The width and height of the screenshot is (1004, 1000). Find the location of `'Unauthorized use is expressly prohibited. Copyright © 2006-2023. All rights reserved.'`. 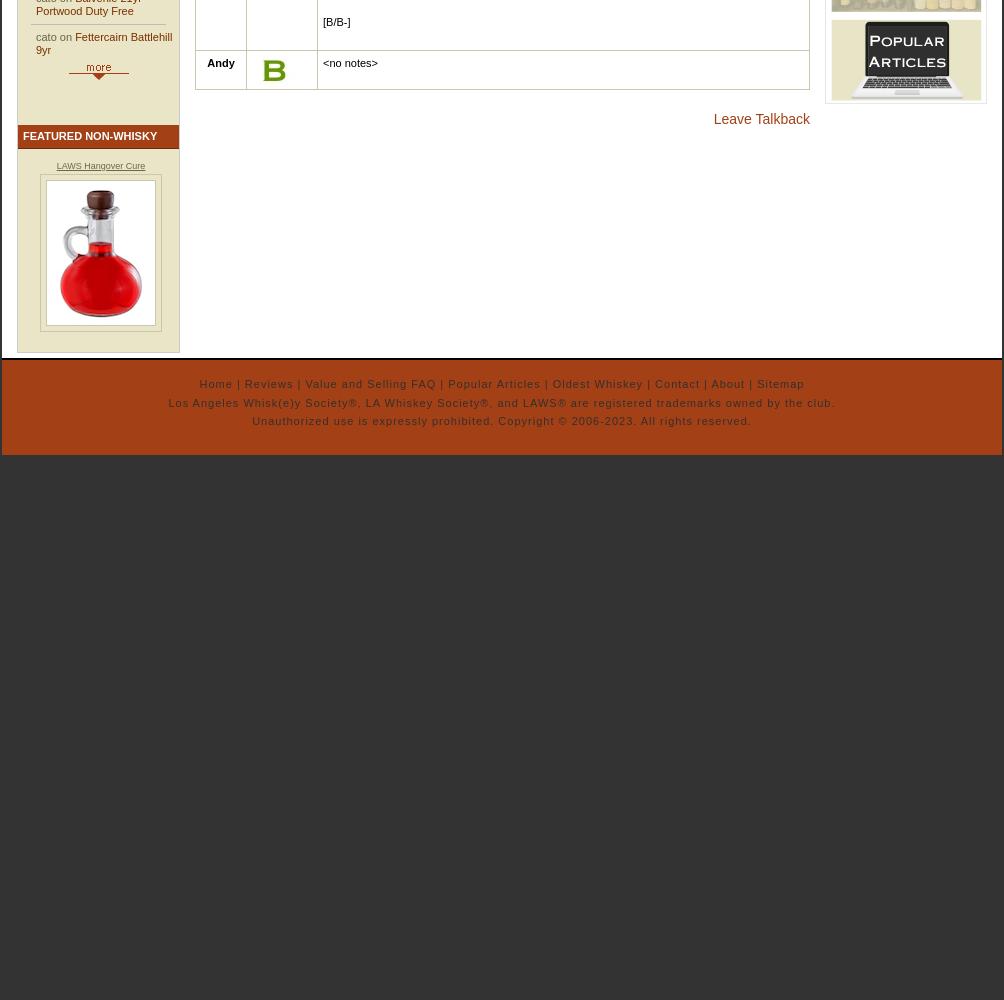

'Unauthorized use is expressly prohibited. Copyright © 2006-2023. All rights reserved.' is located at coordinates (500, 420).